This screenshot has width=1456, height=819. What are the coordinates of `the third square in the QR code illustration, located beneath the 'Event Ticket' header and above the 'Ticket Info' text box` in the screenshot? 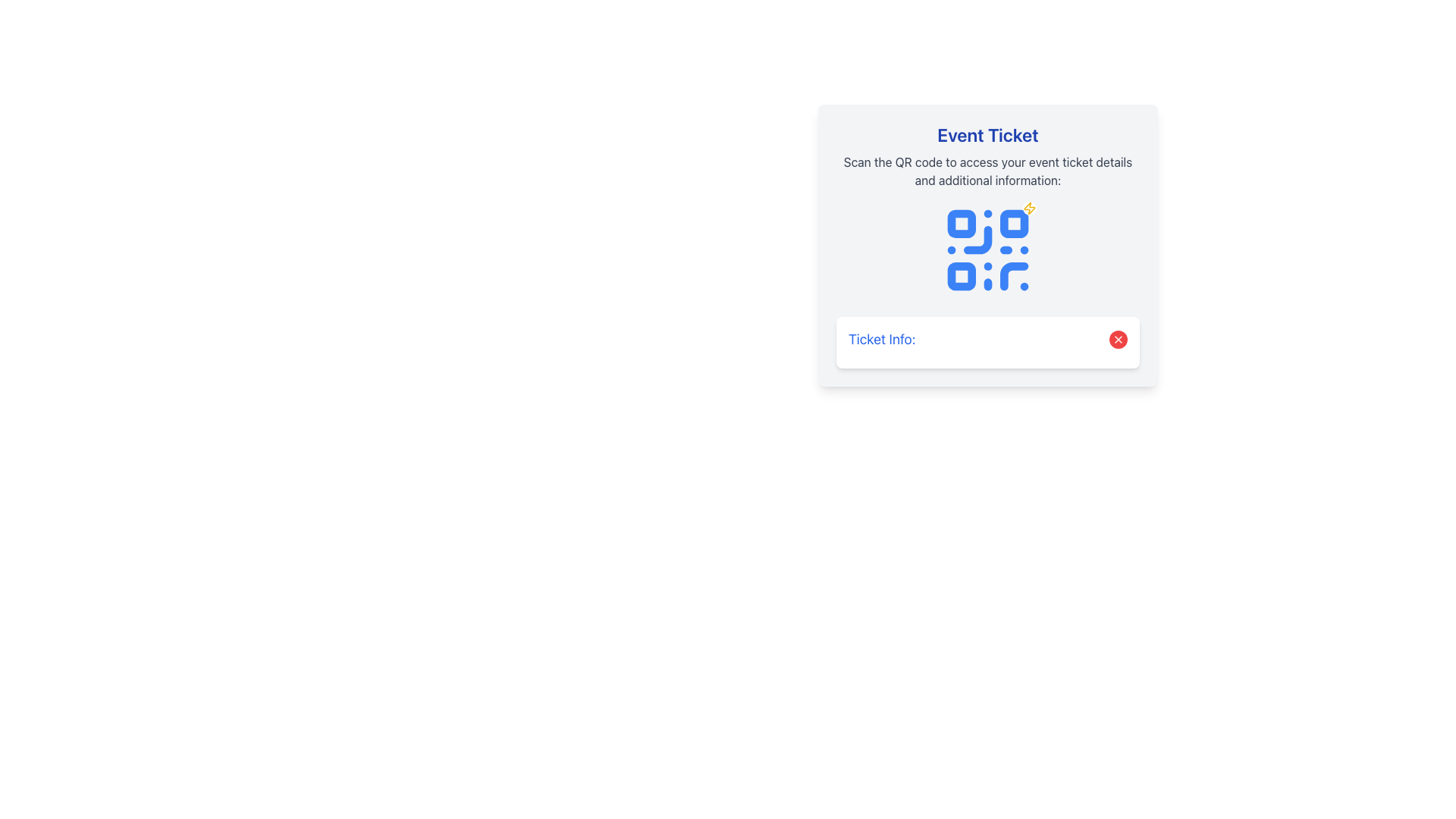 It's located at (961, 276).